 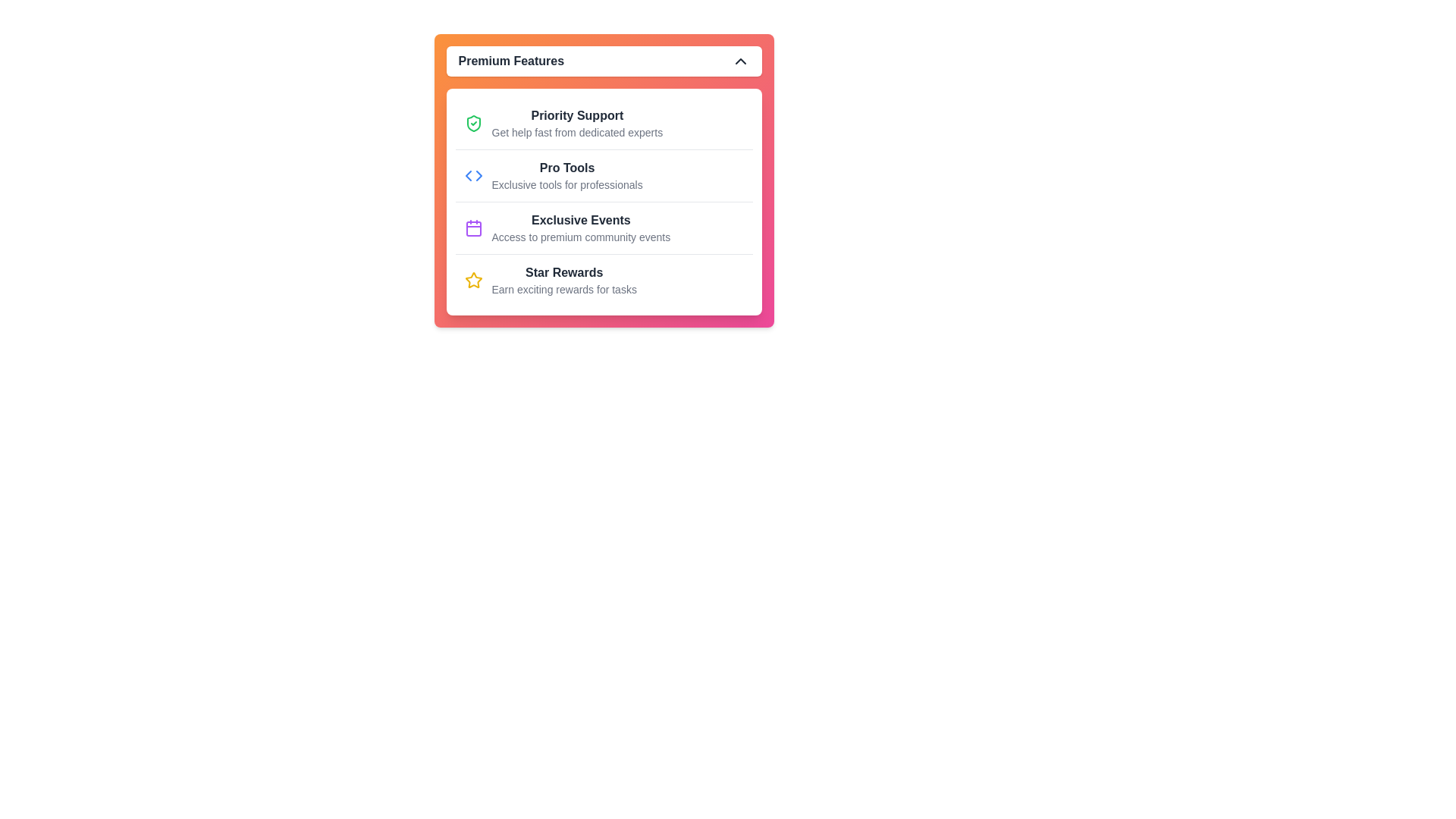 What do you see at coordinates (472, 280) in the screenshot?
I see `the star-shaped icon with a vibrant yellow color fill and a darker yellow border, located near the text labeled 'Star Rewards'` at bounding box center [472, 280].